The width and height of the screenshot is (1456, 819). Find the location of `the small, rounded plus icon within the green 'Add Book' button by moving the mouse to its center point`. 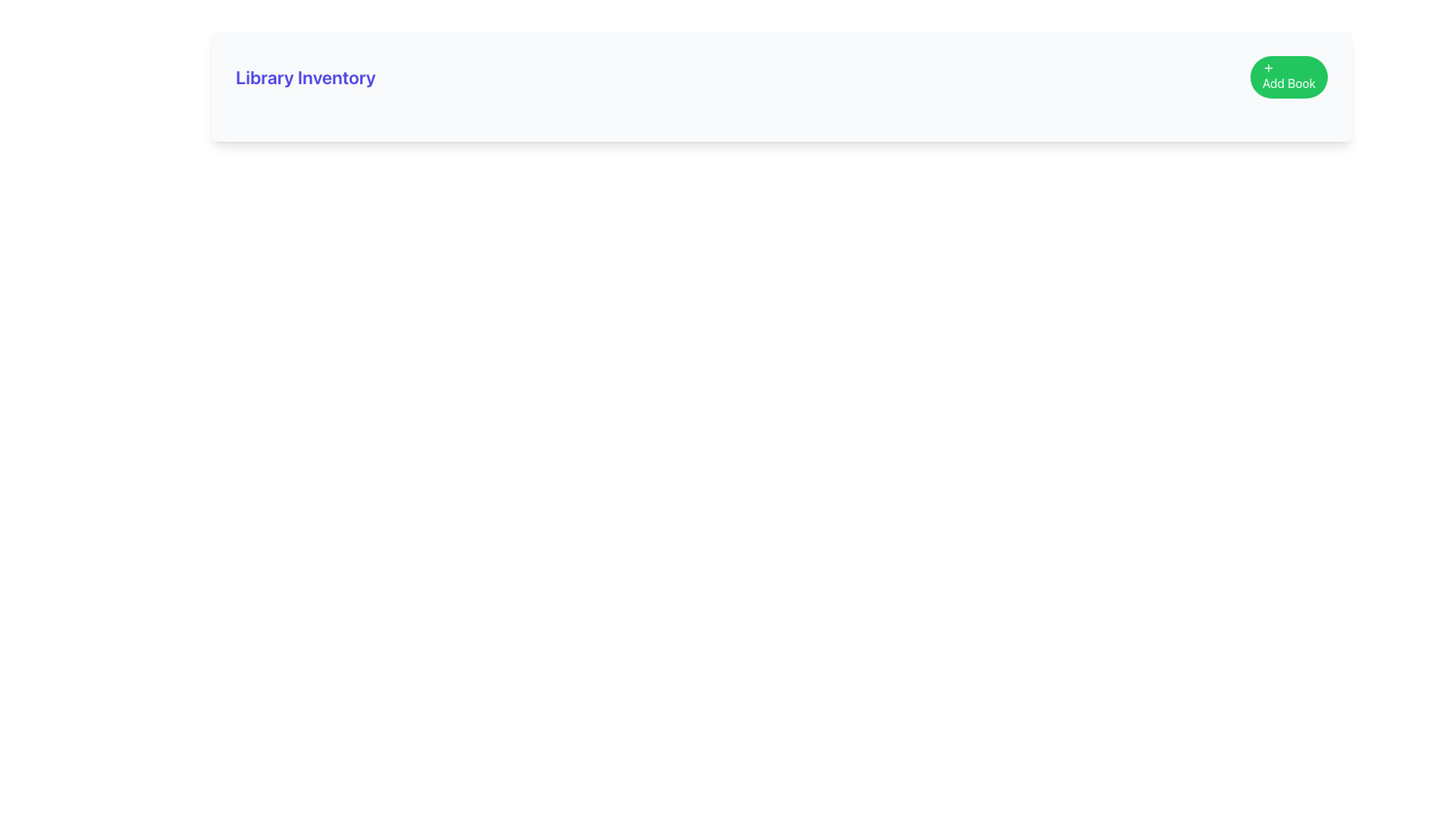

the small, rounded plus icon within the green 'Add Book' button by moving the mouse to its center point is located at coordinates (1268, 67).